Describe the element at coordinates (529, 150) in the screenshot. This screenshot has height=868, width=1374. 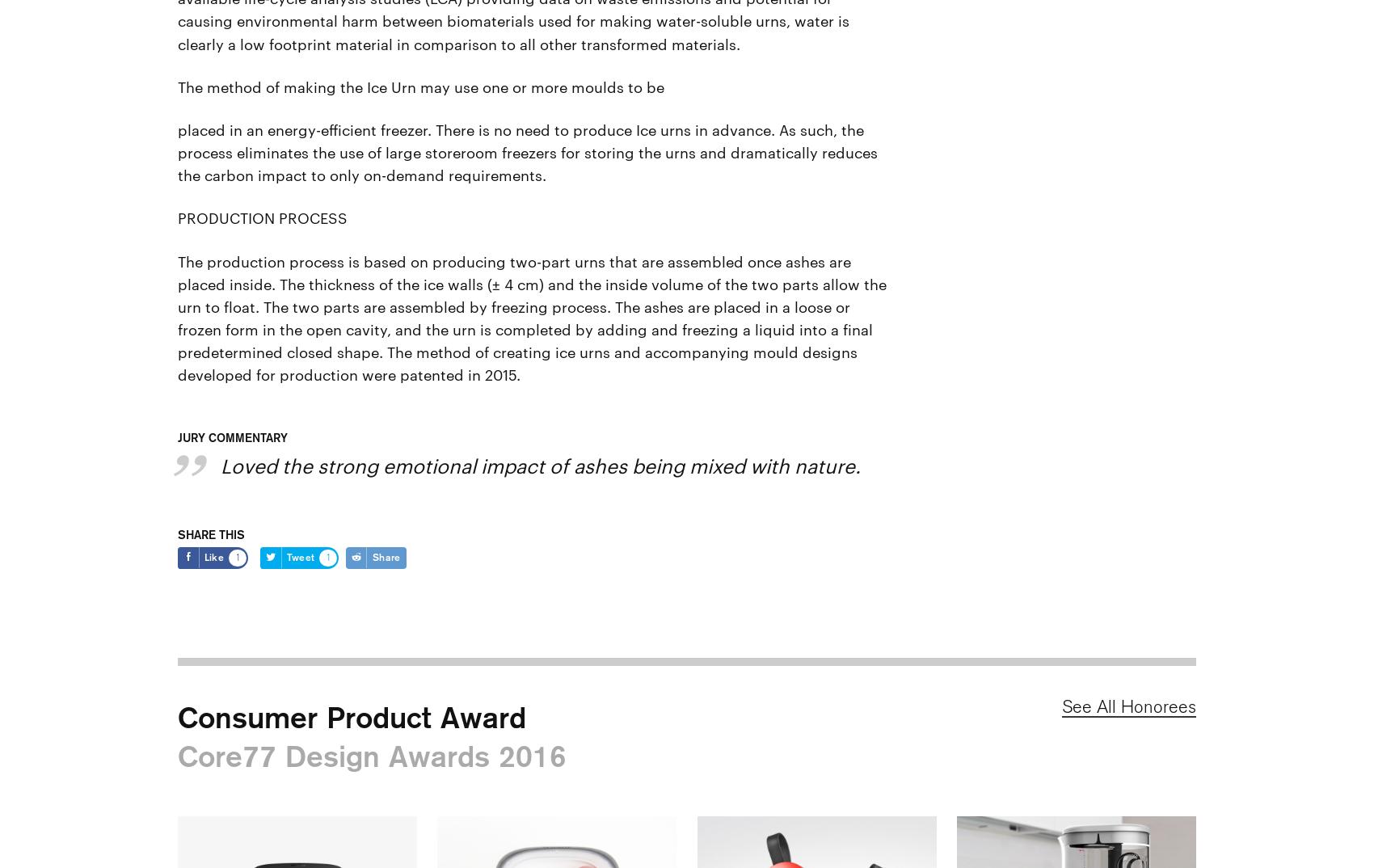
I see `'placed in an energy-efficient freezer. There is no need to produce Ice urns in advance. As such, the process eliminates the use of large storeroom freezers for storing the urns and dramatically reduces the carbon impact to only on-demand requirements.'` at that location.